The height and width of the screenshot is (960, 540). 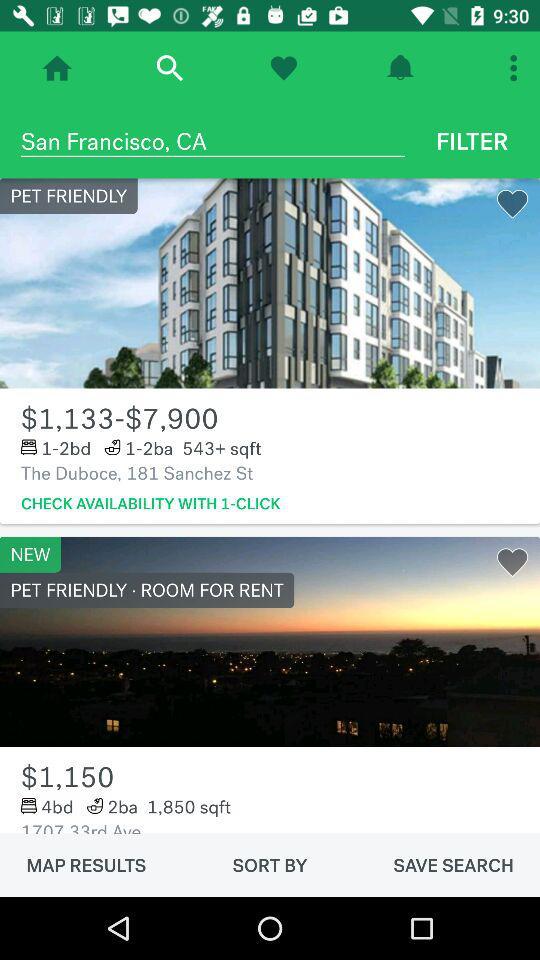 What do you see at coordinates (270, 864) in the screenshot?
I see `item to the right of map results icon` at bounding box center [270, 864].